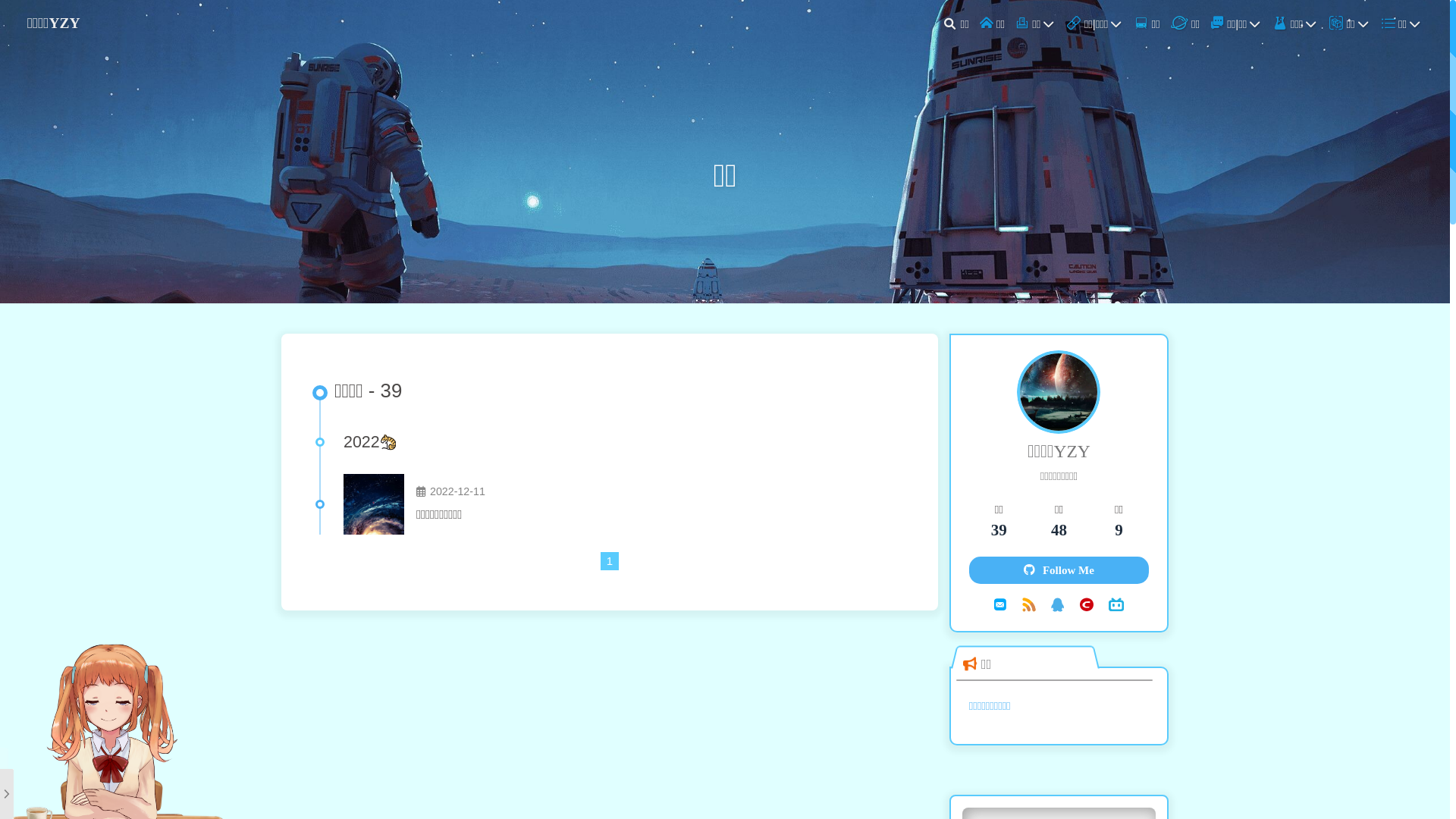 This screenshot has width=1456, height=819. I want to click on 'Email', so click(1000, 604).